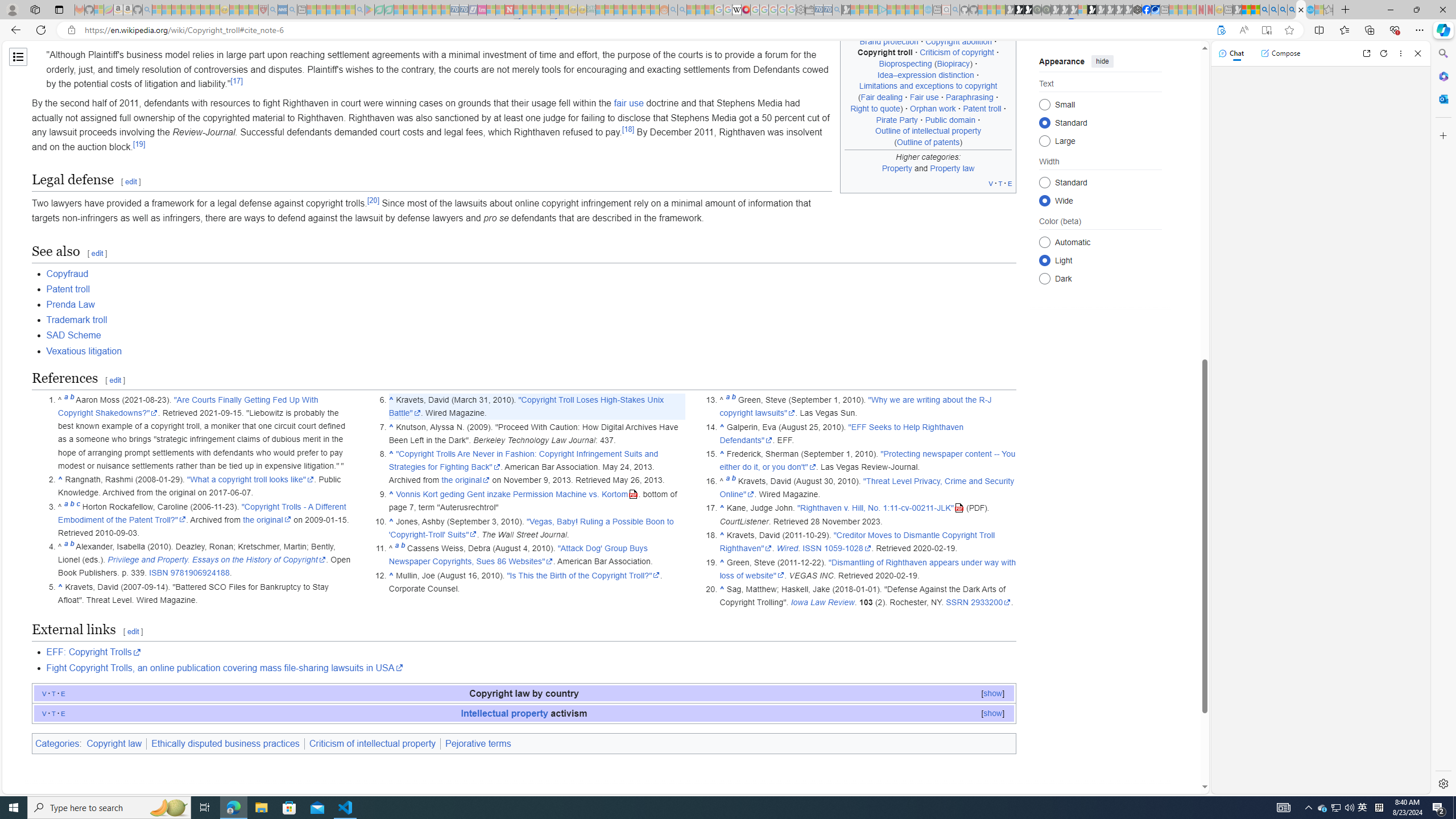 This screenshot has width=1456, height=819. I want to click on 'MediaWiki', so click(746, 9).